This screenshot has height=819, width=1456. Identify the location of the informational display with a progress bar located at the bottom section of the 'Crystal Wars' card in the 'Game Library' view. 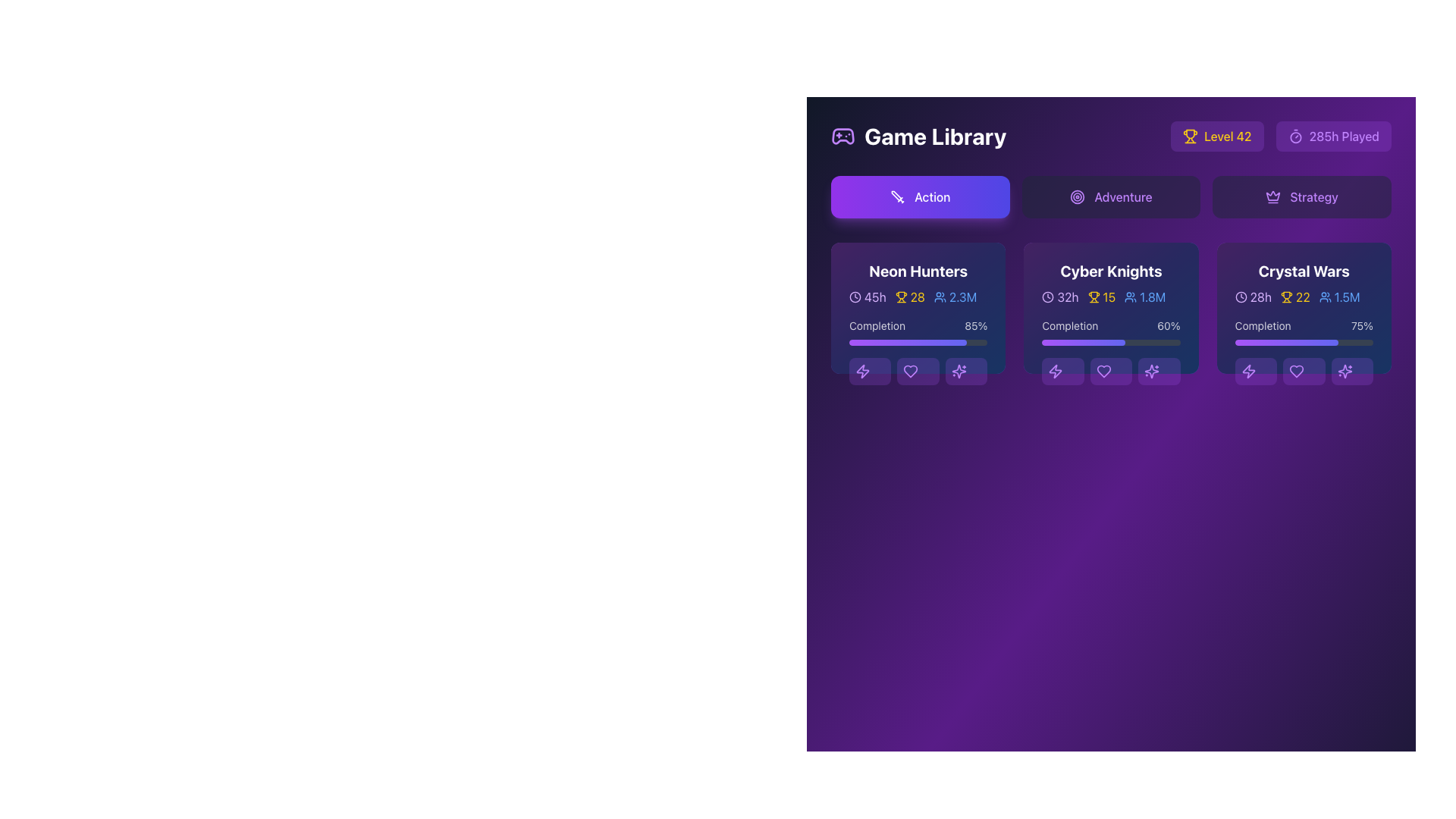
(1303, 351).